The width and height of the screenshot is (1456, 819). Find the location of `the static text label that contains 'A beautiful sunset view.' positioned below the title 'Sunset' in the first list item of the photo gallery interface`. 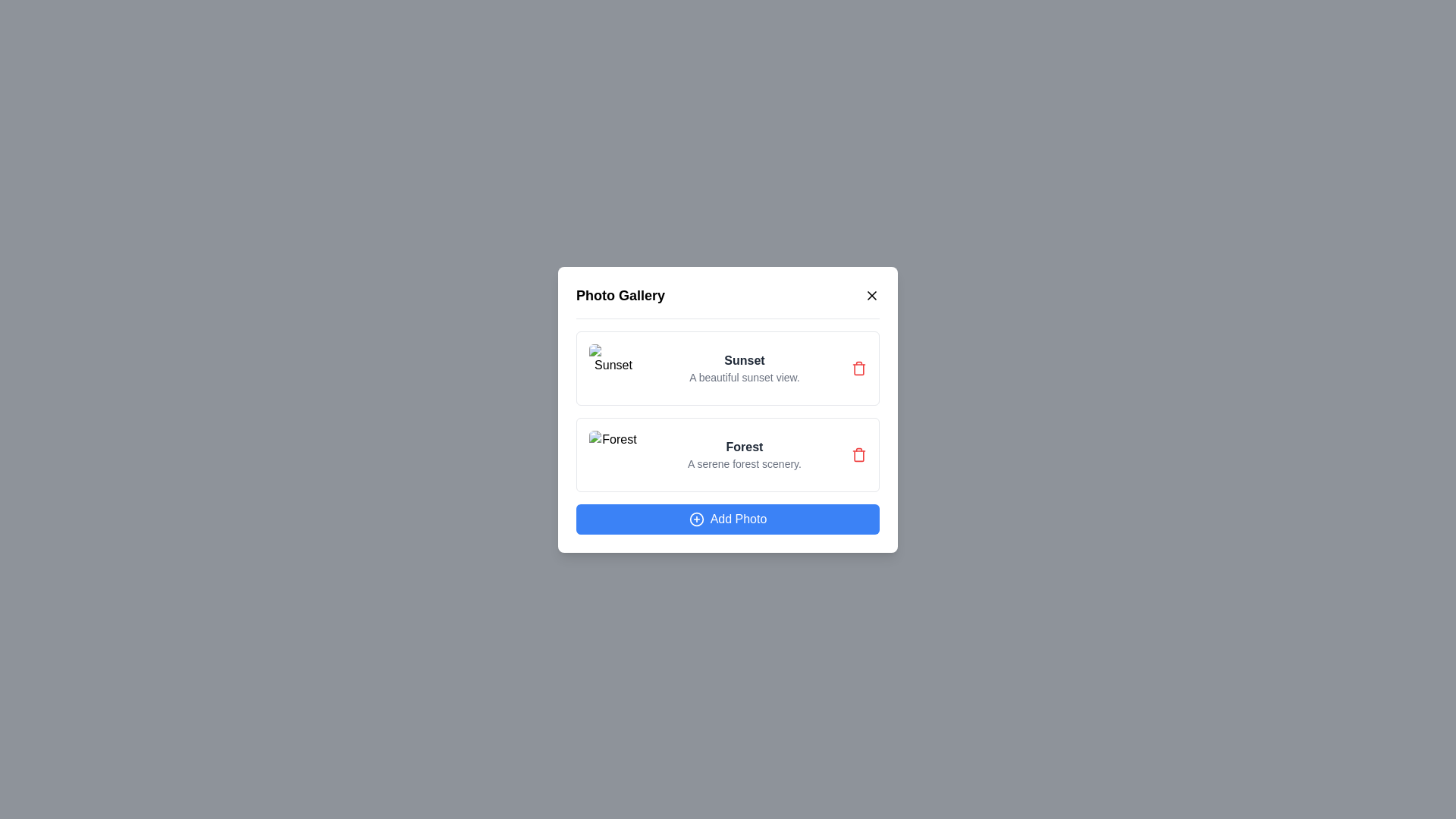

the static text label that contains 'A beautiful sunset view.' positioned below the title 'Sunset' in the first list item of the photo gallery interface is located at coordinates (745, 376).